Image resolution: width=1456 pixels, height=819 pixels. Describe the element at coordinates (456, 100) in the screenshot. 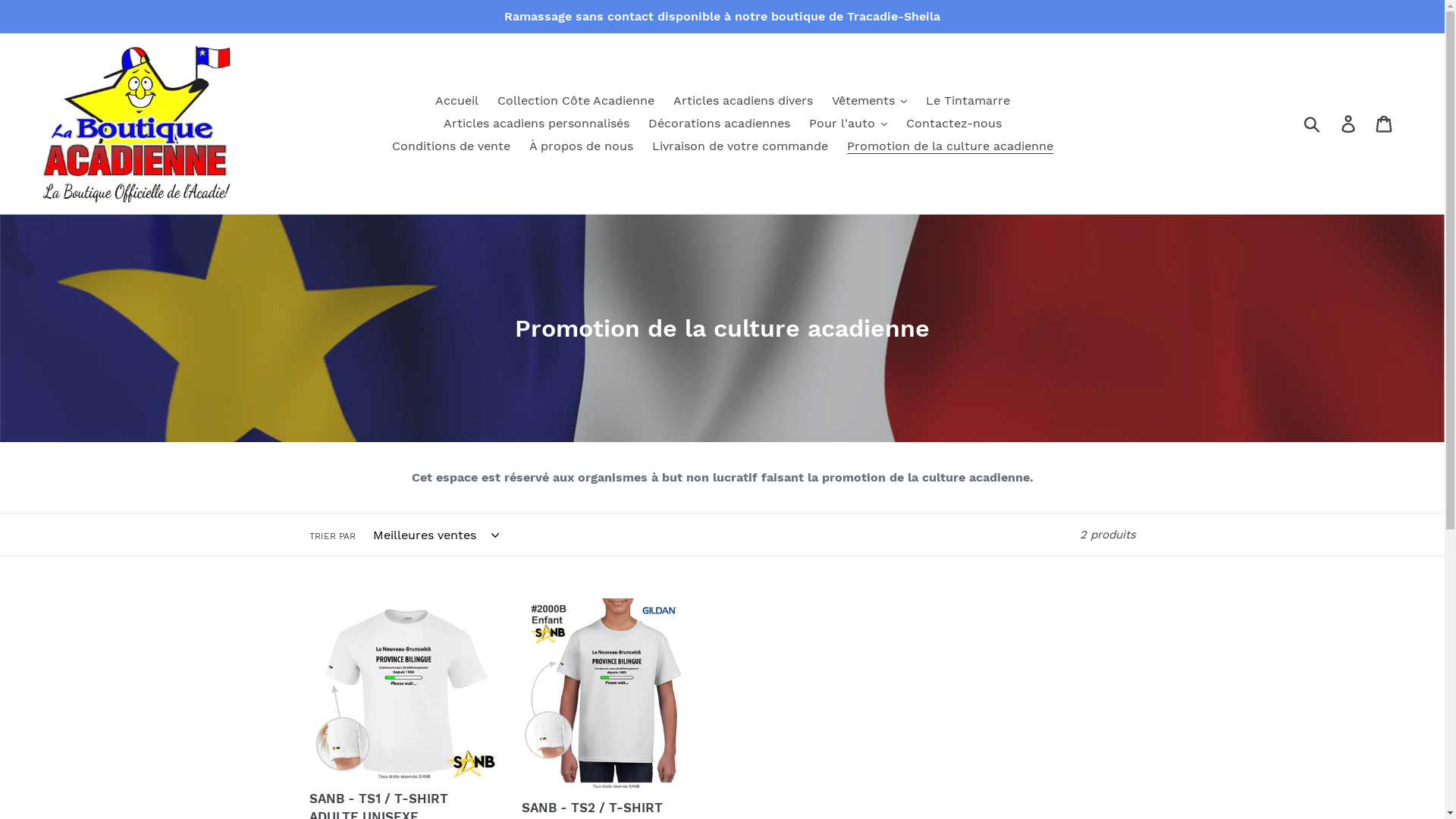

I see `'Accueil'` at that location.